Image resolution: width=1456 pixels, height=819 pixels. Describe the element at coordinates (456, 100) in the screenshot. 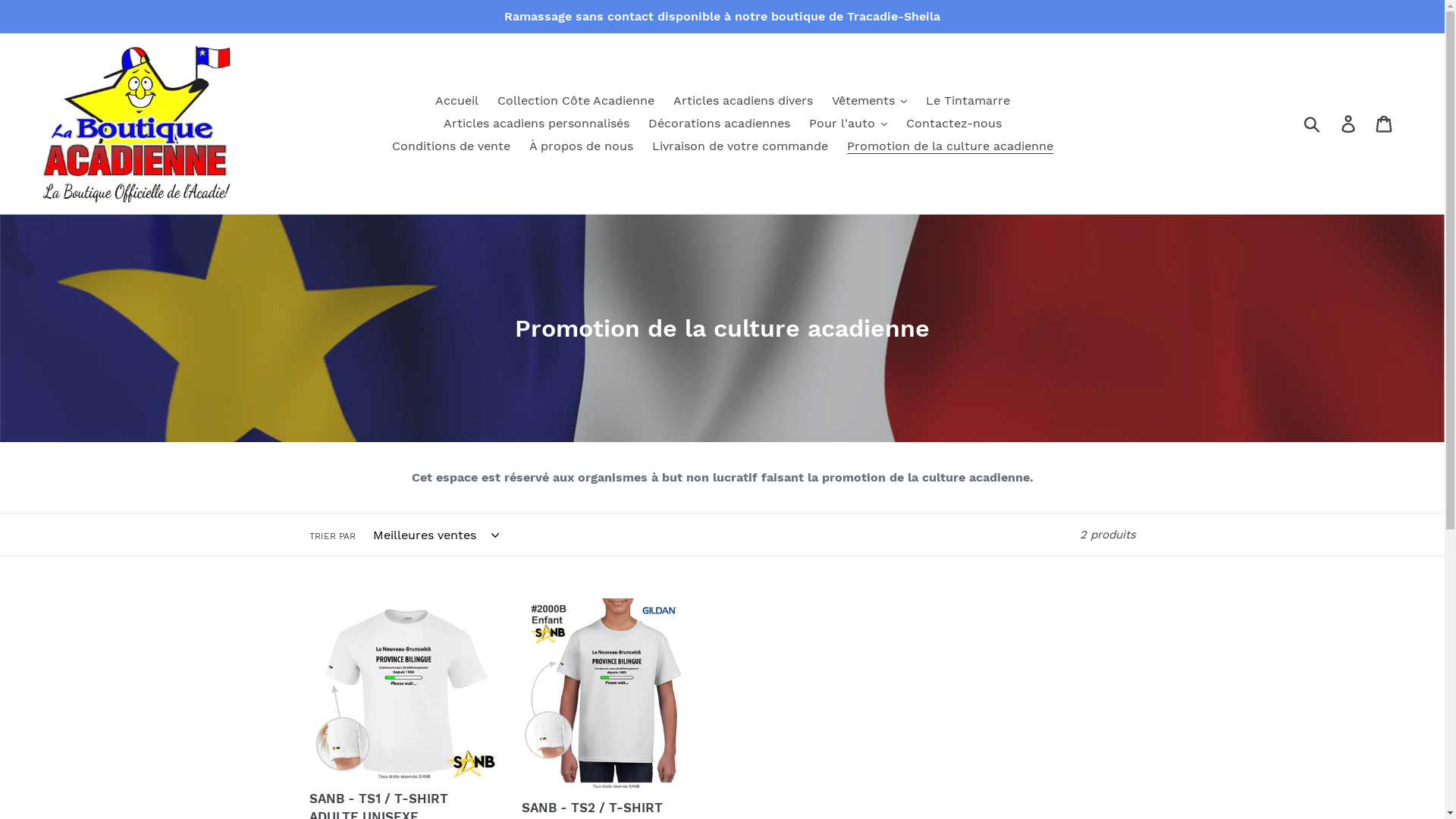

I see `'Accueil'` at that location.